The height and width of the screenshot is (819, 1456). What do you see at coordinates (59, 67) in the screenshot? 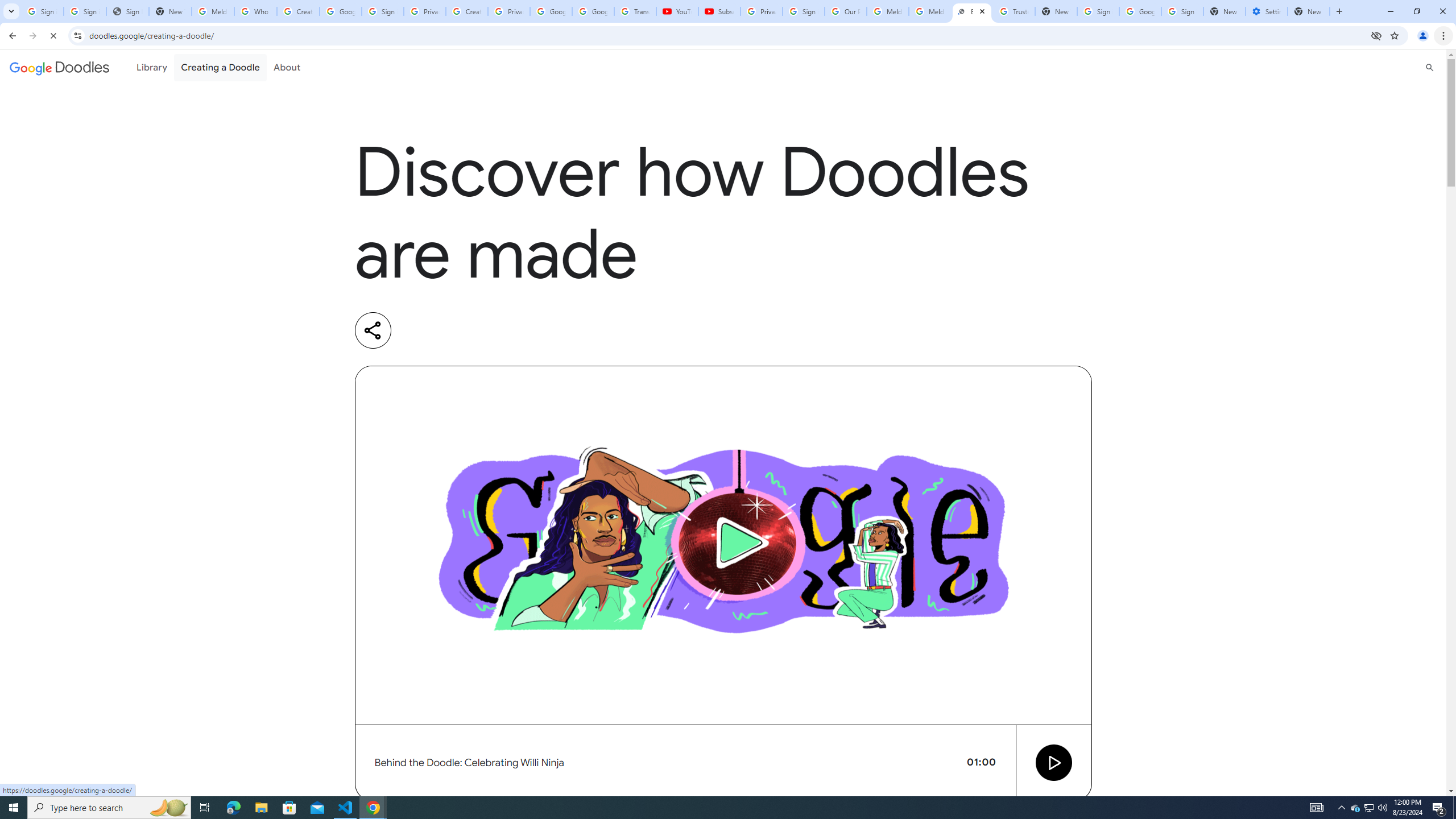
I see `'Google doodles'` at bounding box center [59, 67].